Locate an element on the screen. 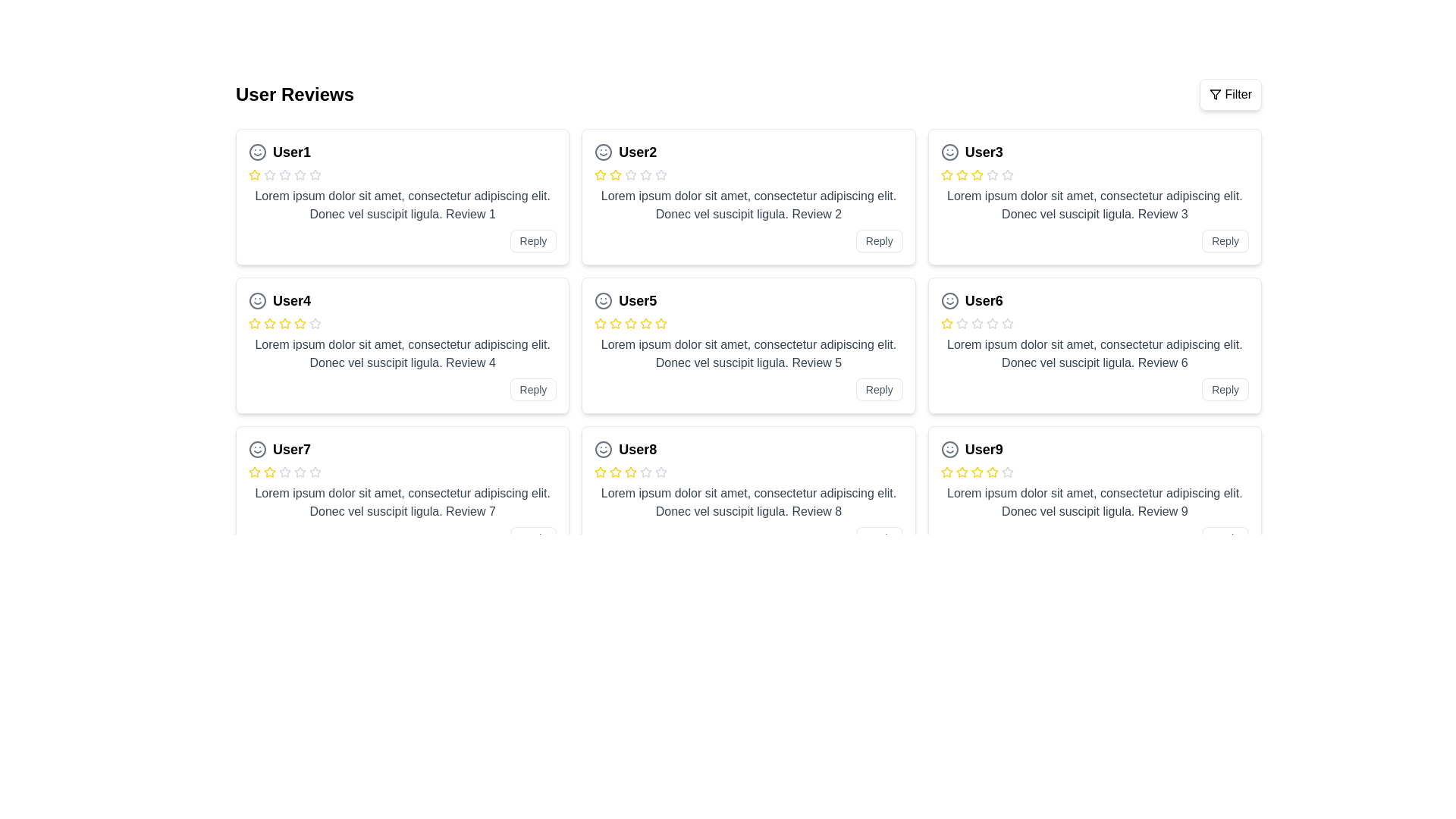  text label that serves as the title for user reviews, located in the upper-left section of the interface is located at coordinates (294, 94).